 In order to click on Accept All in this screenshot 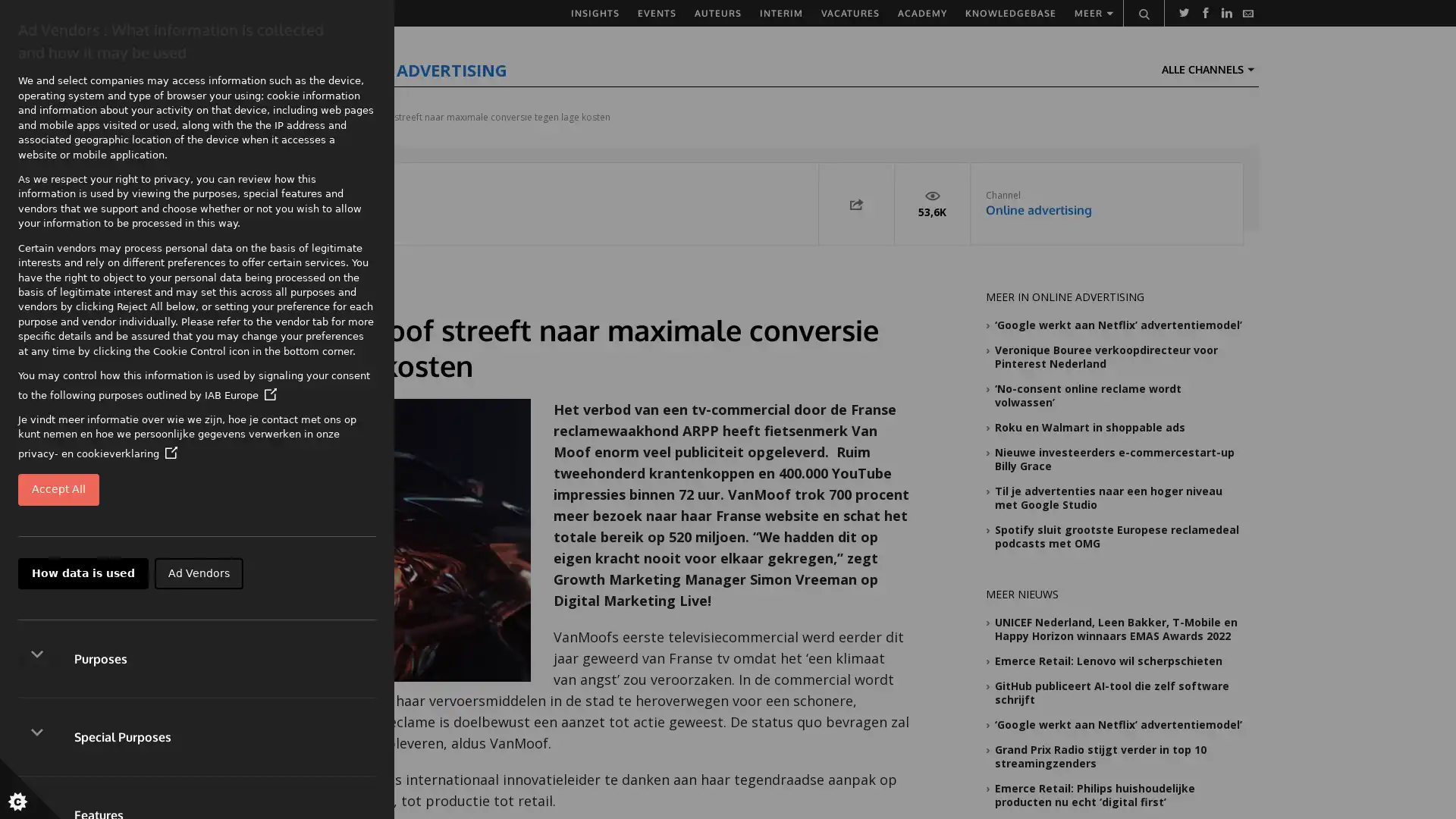, I will do `click(58, 489)`.